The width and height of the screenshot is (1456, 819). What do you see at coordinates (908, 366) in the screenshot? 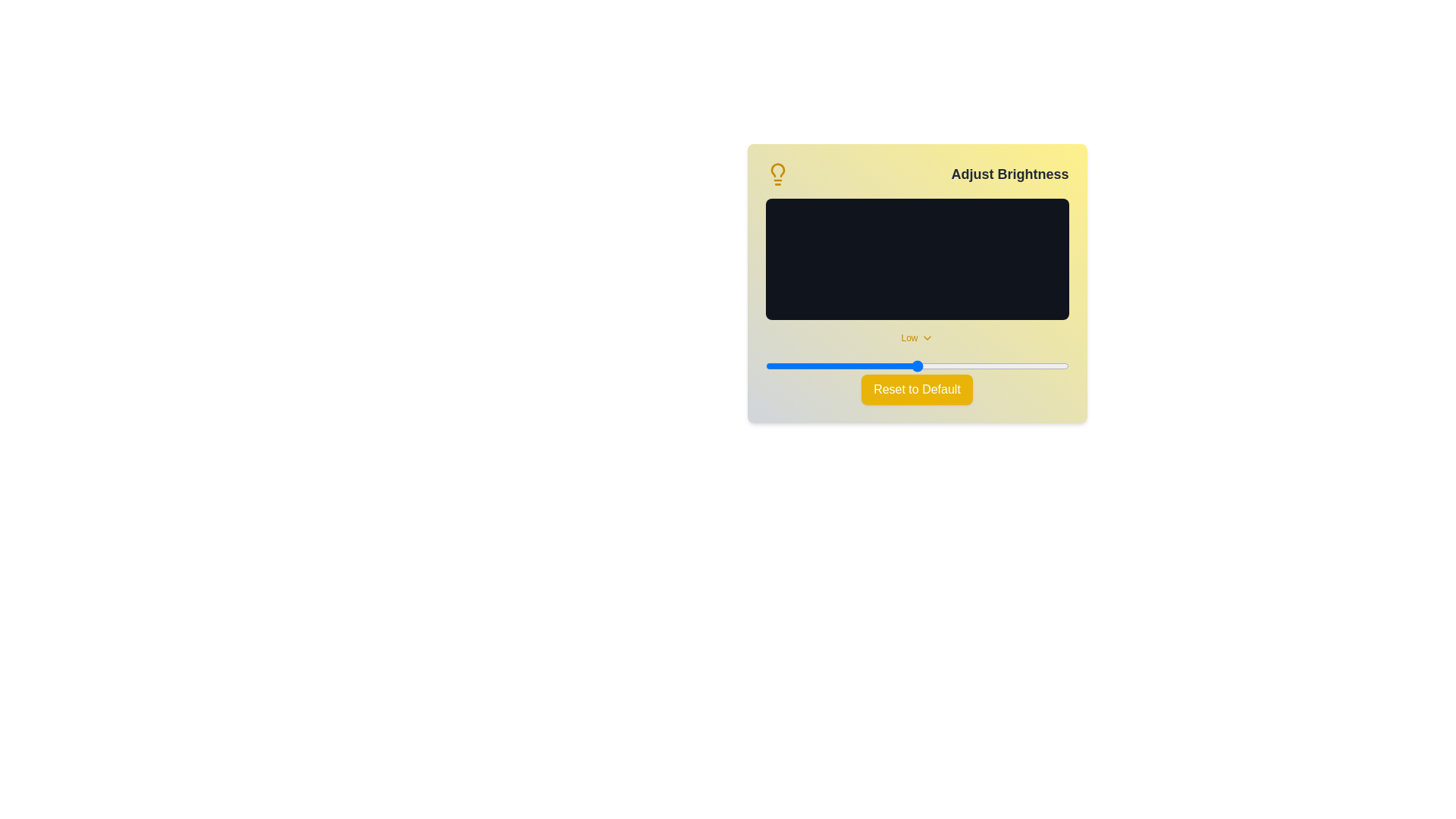
I see `the brightness slider to 47 percent` at bounding box center [908, 366].